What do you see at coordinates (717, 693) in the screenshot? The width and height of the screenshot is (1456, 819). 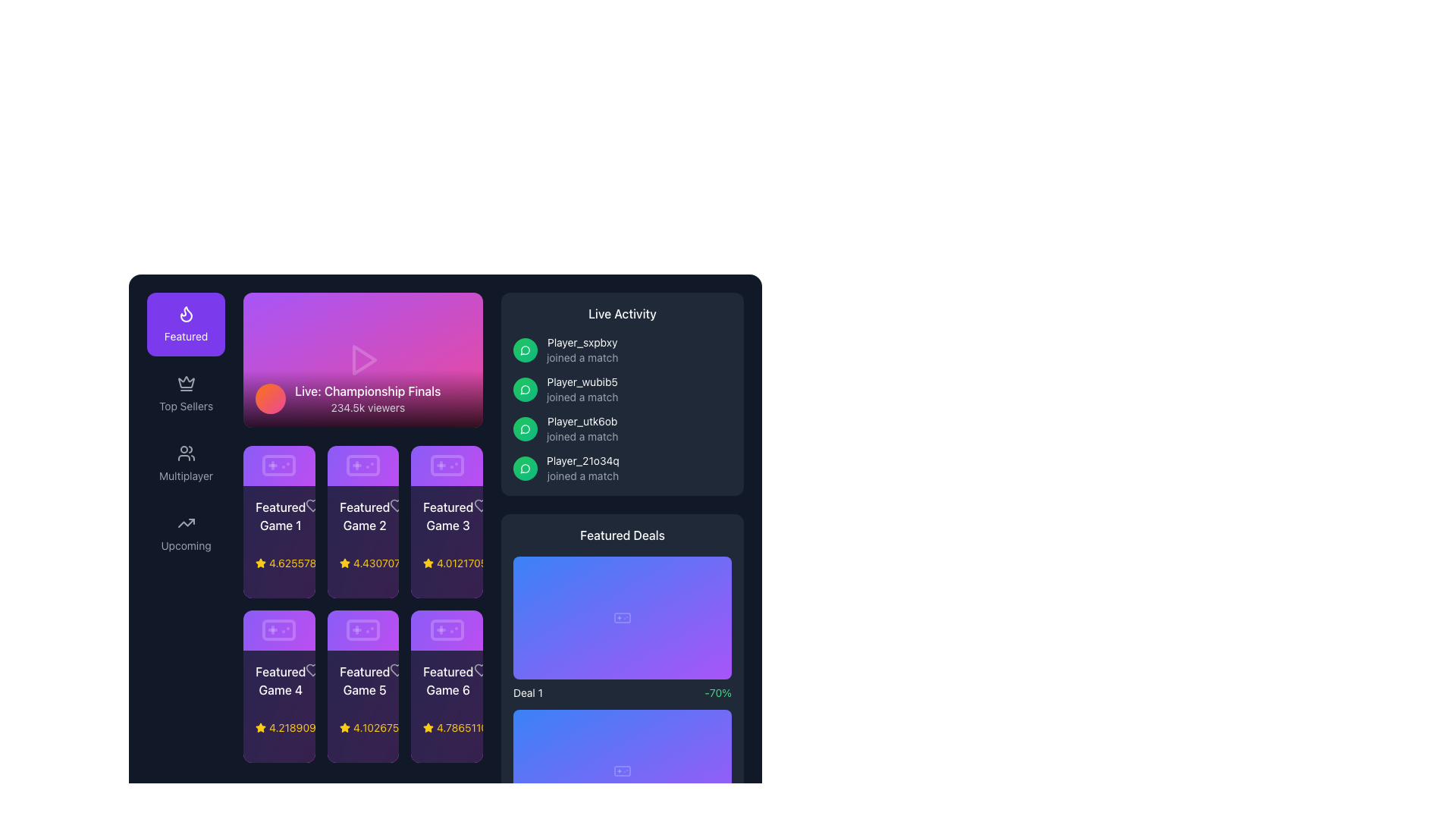 I see `the green text label displaying the discount '-70%' located to the right of 'Deal 1' in the bottom area of the 'Featured Deals' section` at bounding box center [717, 693].